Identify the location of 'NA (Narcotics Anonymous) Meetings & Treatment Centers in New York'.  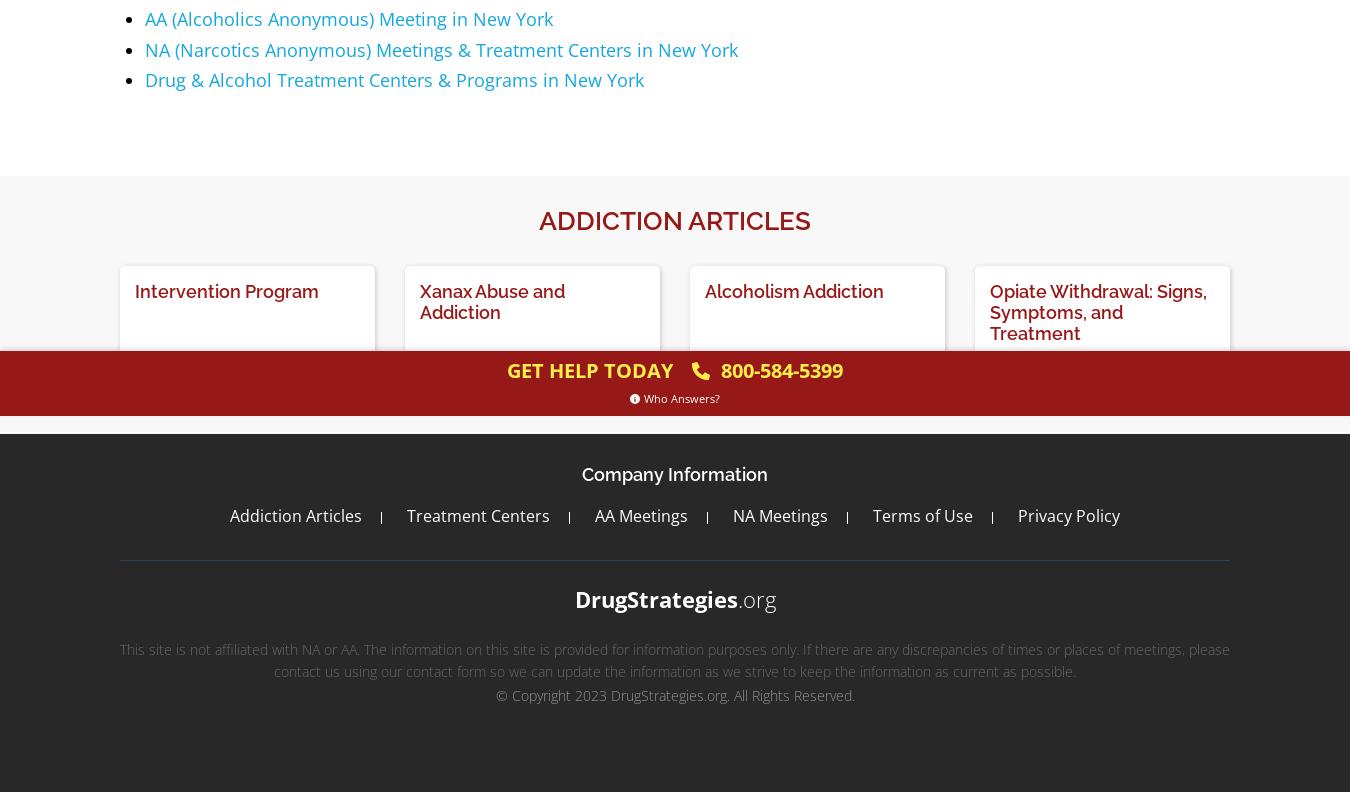
(441, 48).